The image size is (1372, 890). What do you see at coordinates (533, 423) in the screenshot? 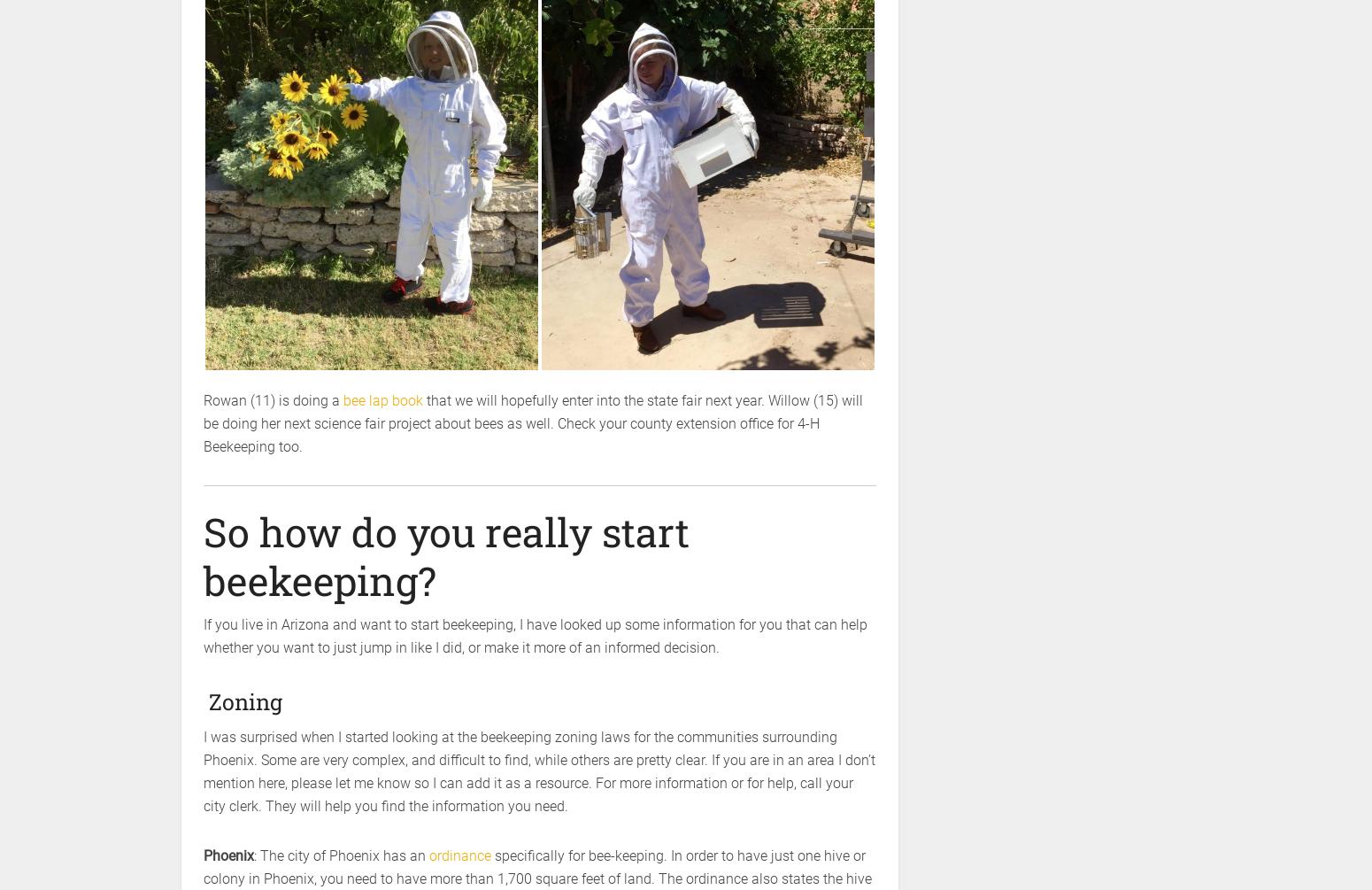
I see `'that we will hopefully enter into the state fair next year. Willow (15) will be doing her next science fair project about bees as well. Check your county extension office for 4-H Beekeeping too.'` at bounding box center [533, 423].